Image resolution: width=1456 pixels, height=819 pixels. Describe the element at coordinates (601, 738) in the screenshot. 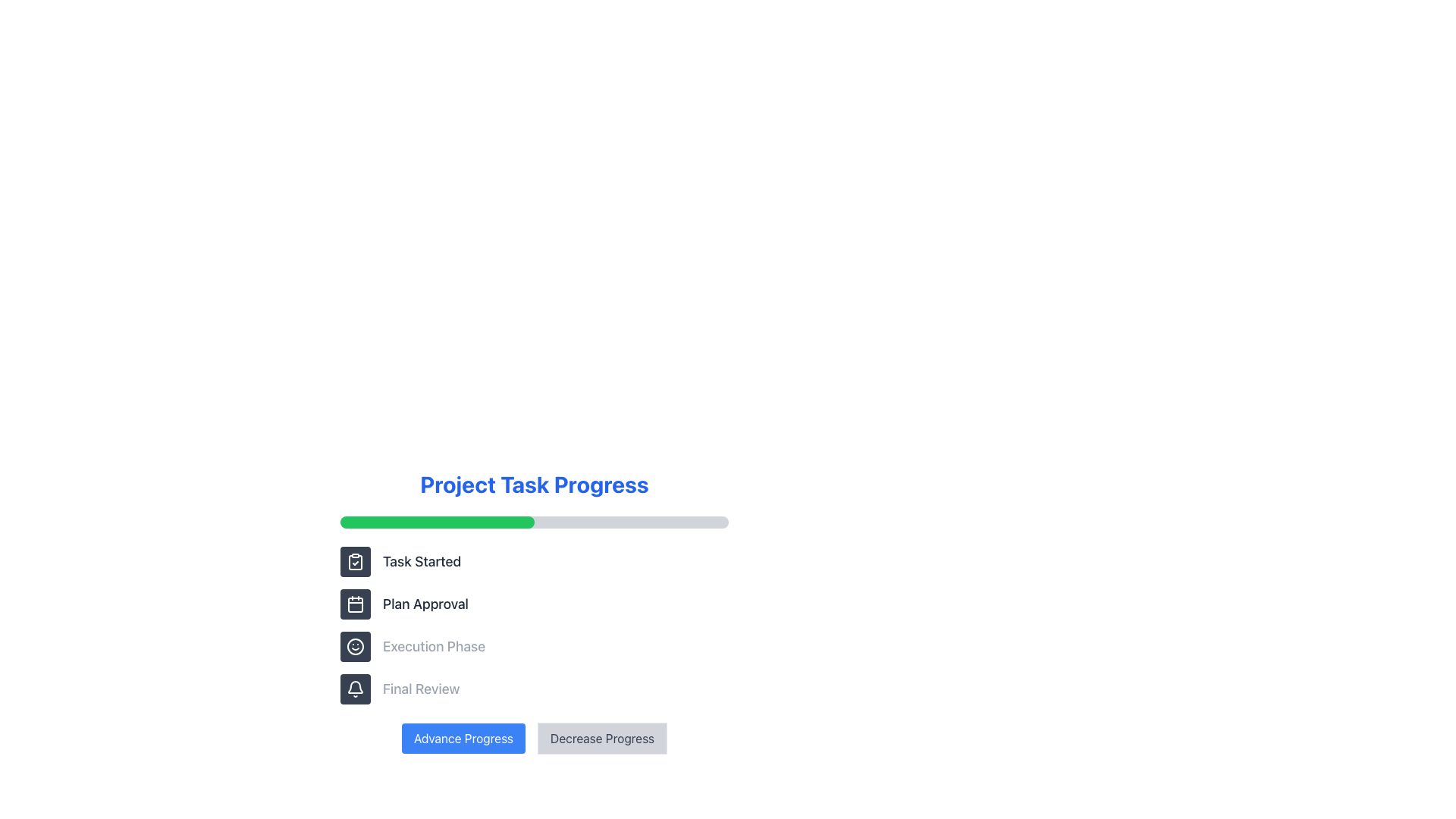

I see `the 'Decrease Progress' button, which is a rectangular button with a light gray background and dark gray text` at that location.